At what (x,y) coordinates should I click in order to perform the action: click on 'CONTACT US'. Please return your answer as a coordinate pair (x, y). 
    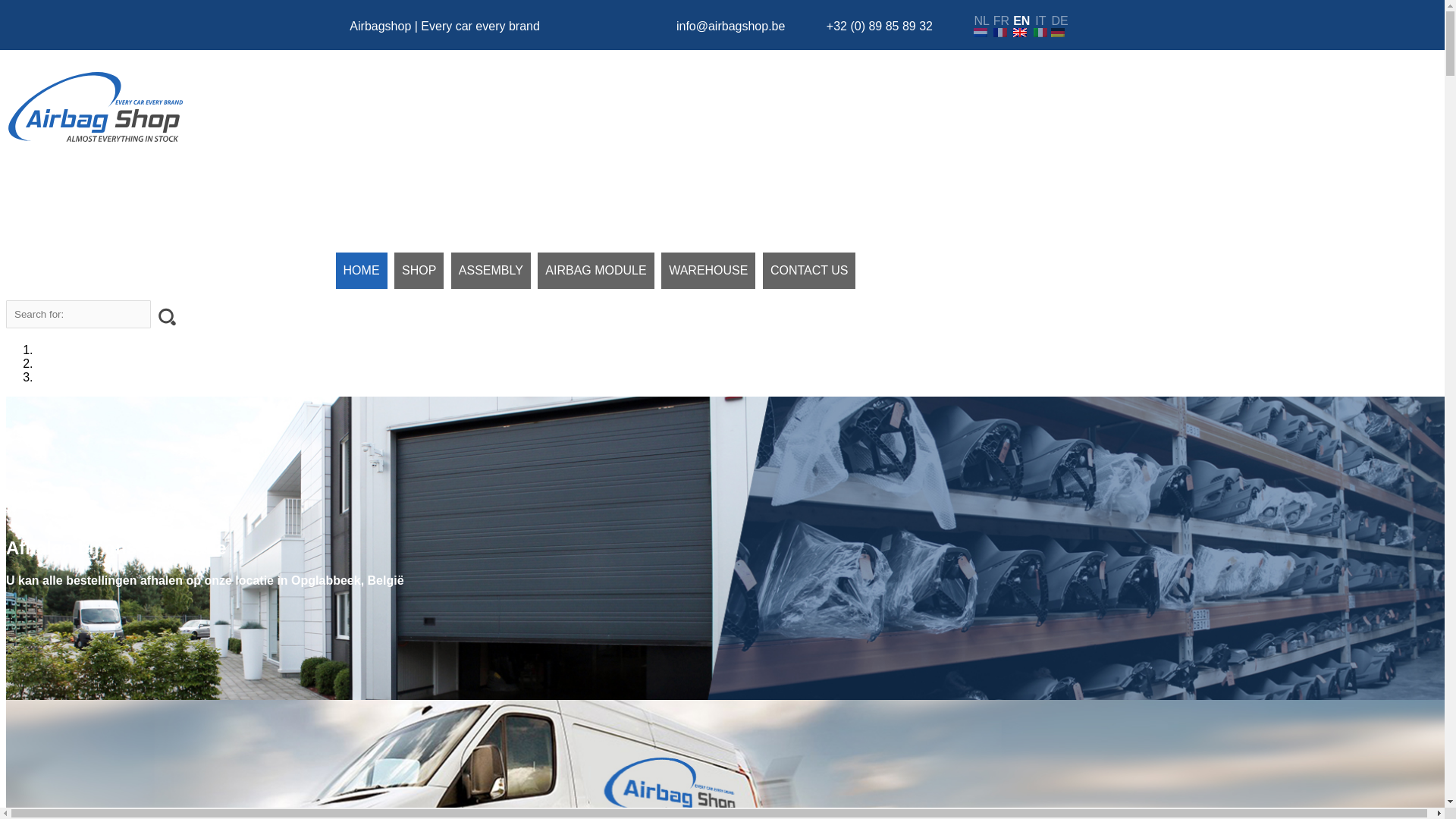
    Looking at the image, I should click on (763, 270).